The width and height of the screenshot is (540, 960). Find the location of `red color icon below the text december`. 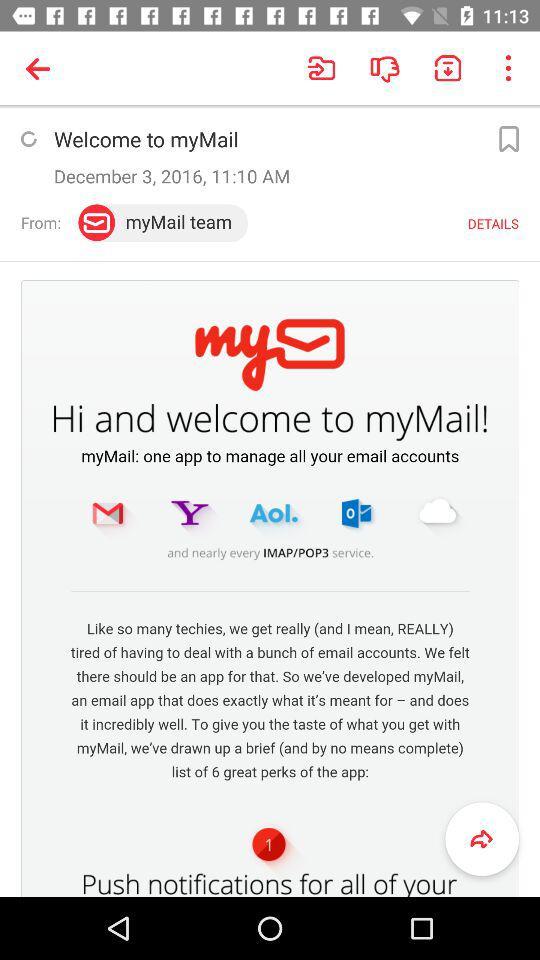

red color icon below the text december is located at coordinates (95, 222).